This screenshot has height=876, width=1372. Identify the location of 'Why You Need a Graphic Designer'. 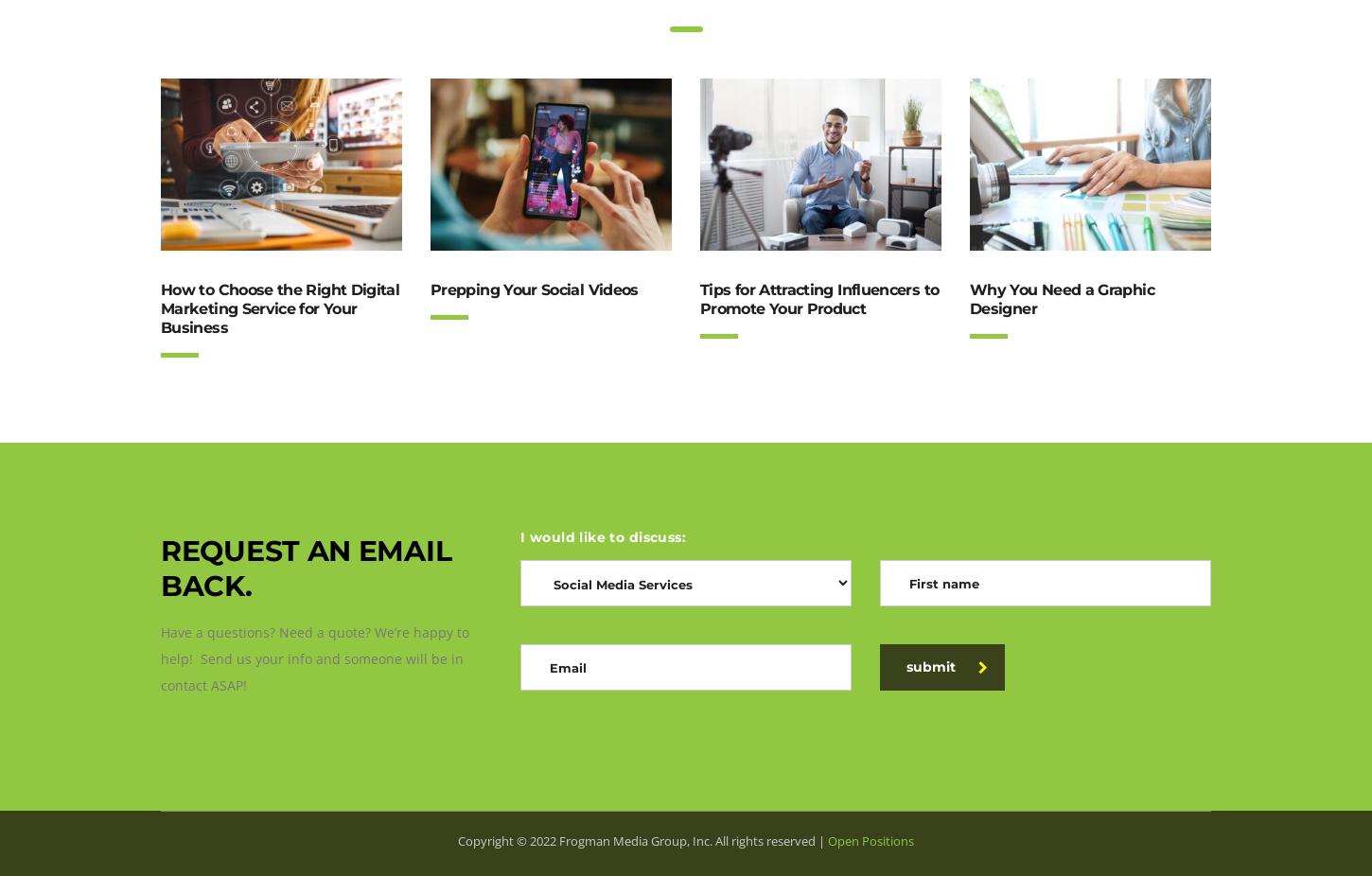
(970, 299).